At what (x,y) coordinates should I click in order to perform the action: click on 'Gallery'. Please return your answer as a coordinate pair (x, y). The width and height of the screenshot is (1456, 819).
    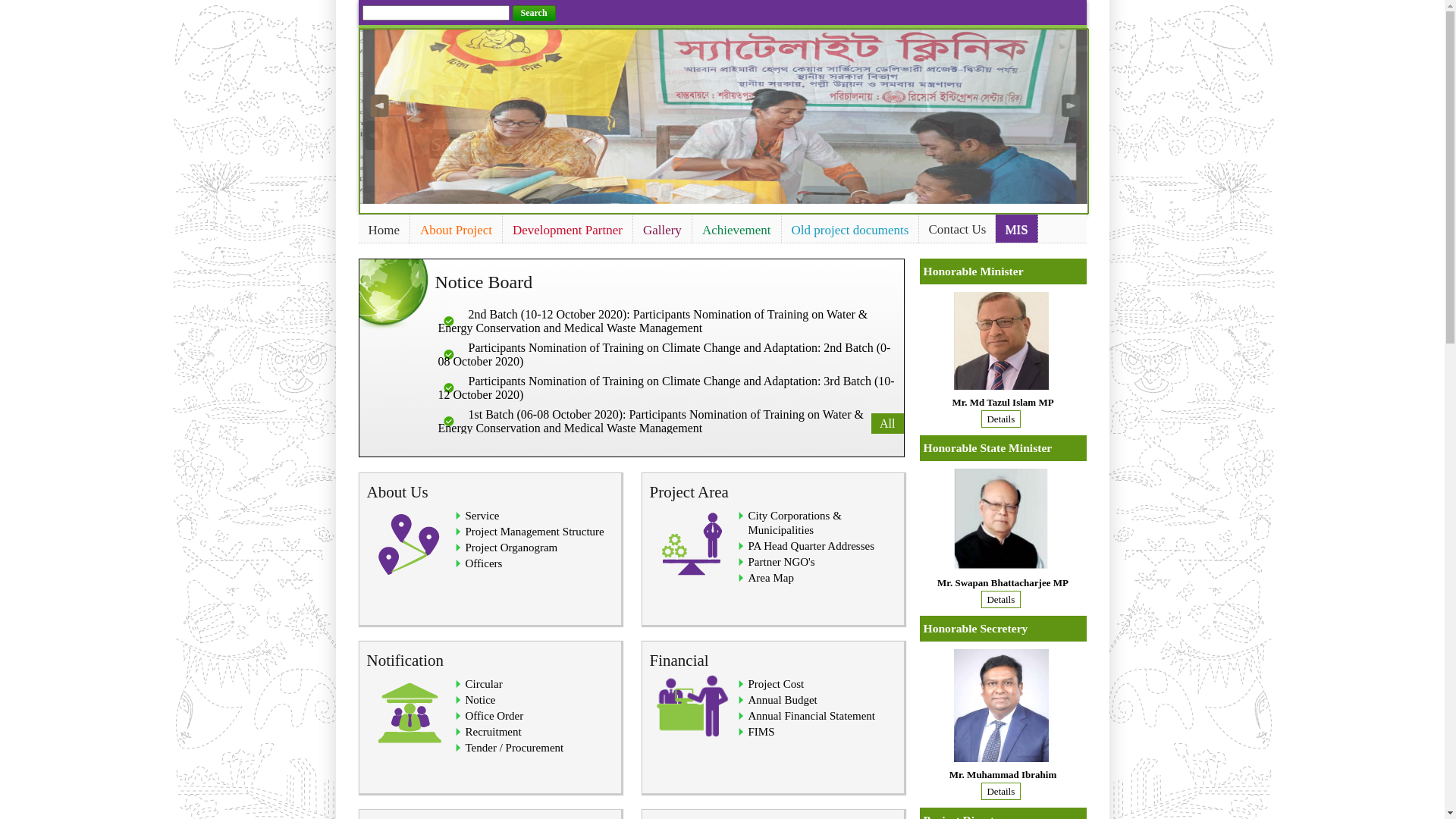
    Looking at the image, I should click on (662, 231).